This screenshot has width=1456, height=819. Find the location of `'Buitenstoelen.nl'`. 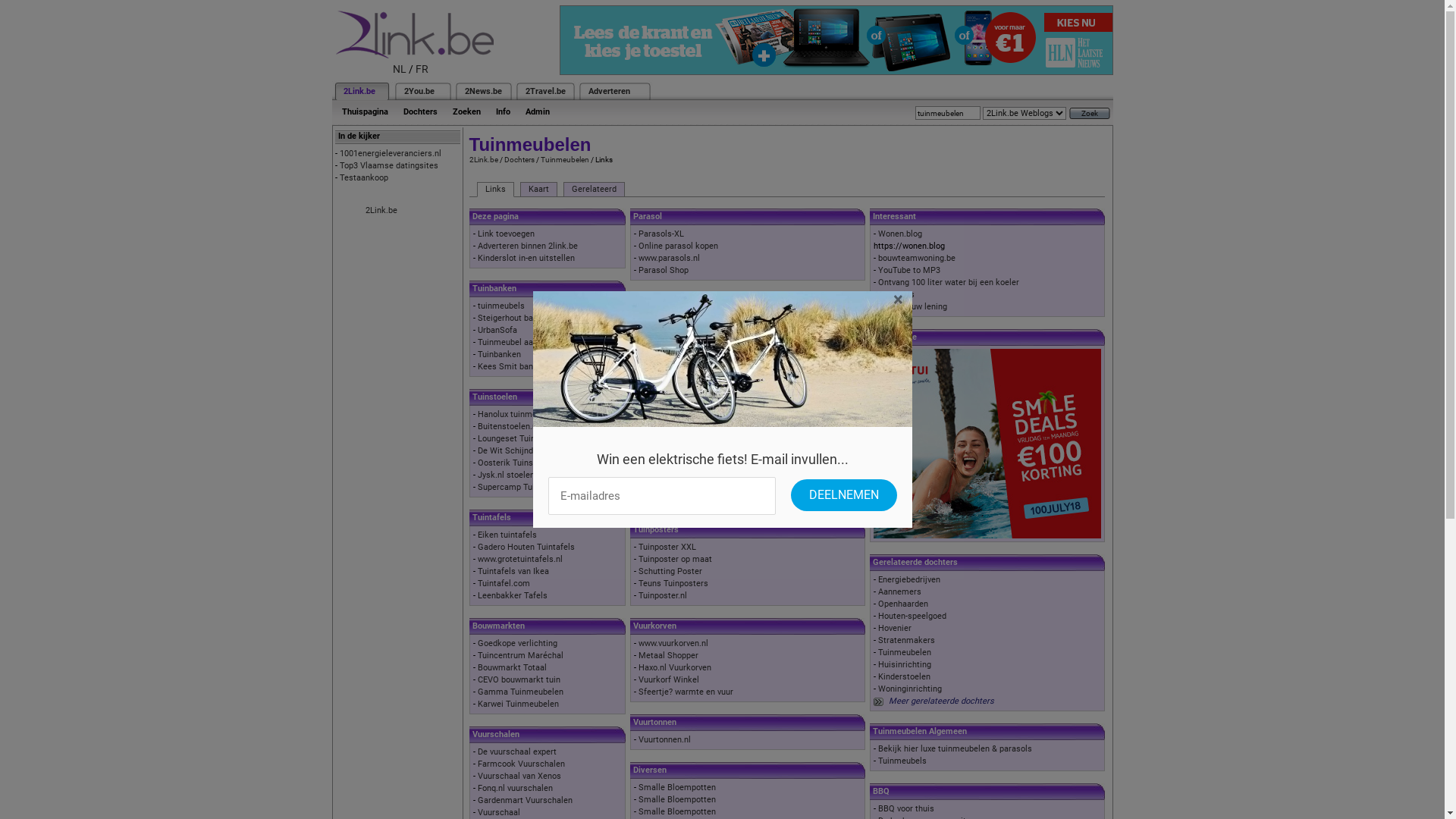

'Buitenstoelen.nl' is located at coordinates (508, 426).